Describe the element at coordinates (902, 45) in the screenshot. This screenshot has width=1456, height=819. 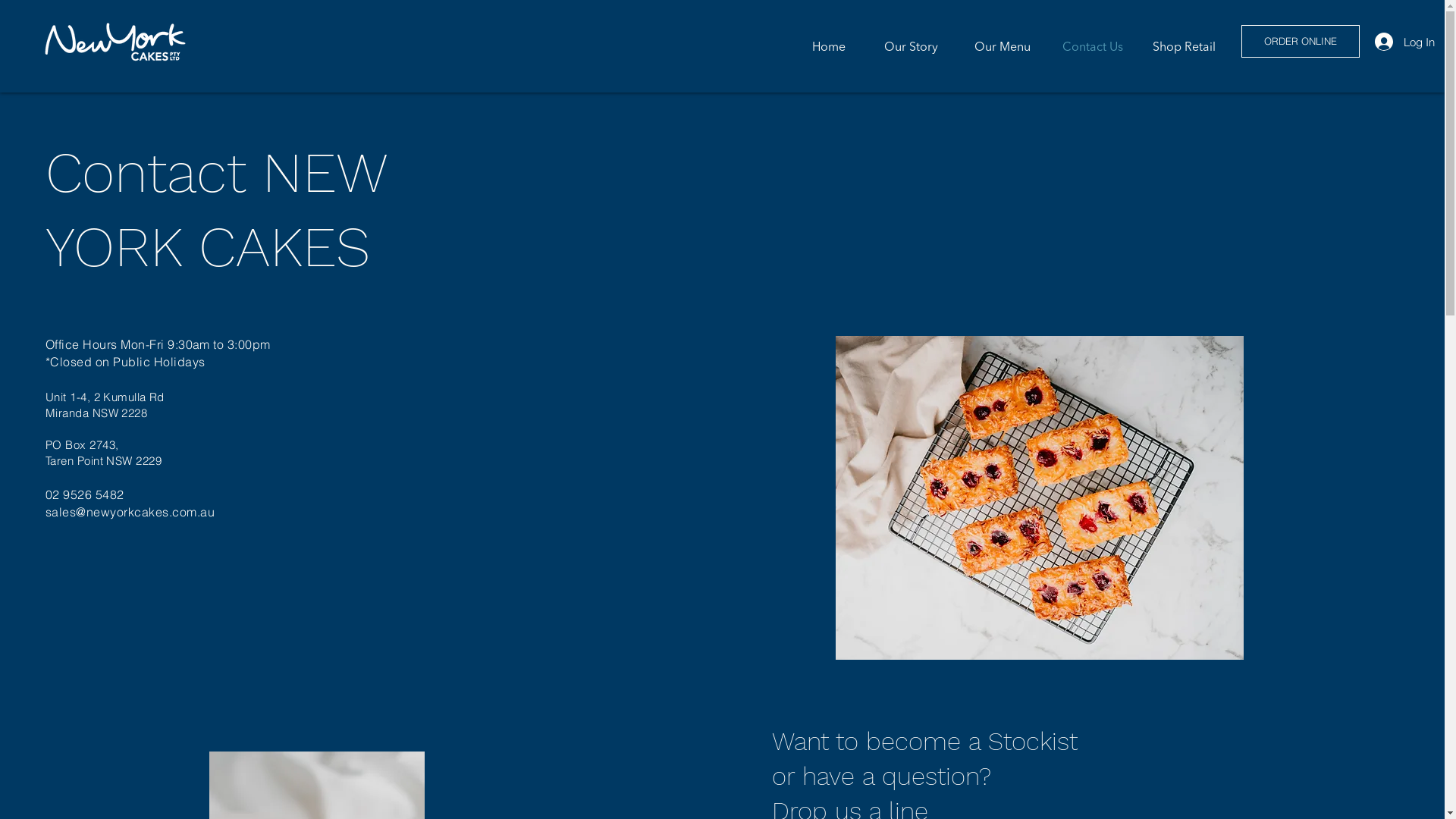
I see `'Our Story'` at that location.